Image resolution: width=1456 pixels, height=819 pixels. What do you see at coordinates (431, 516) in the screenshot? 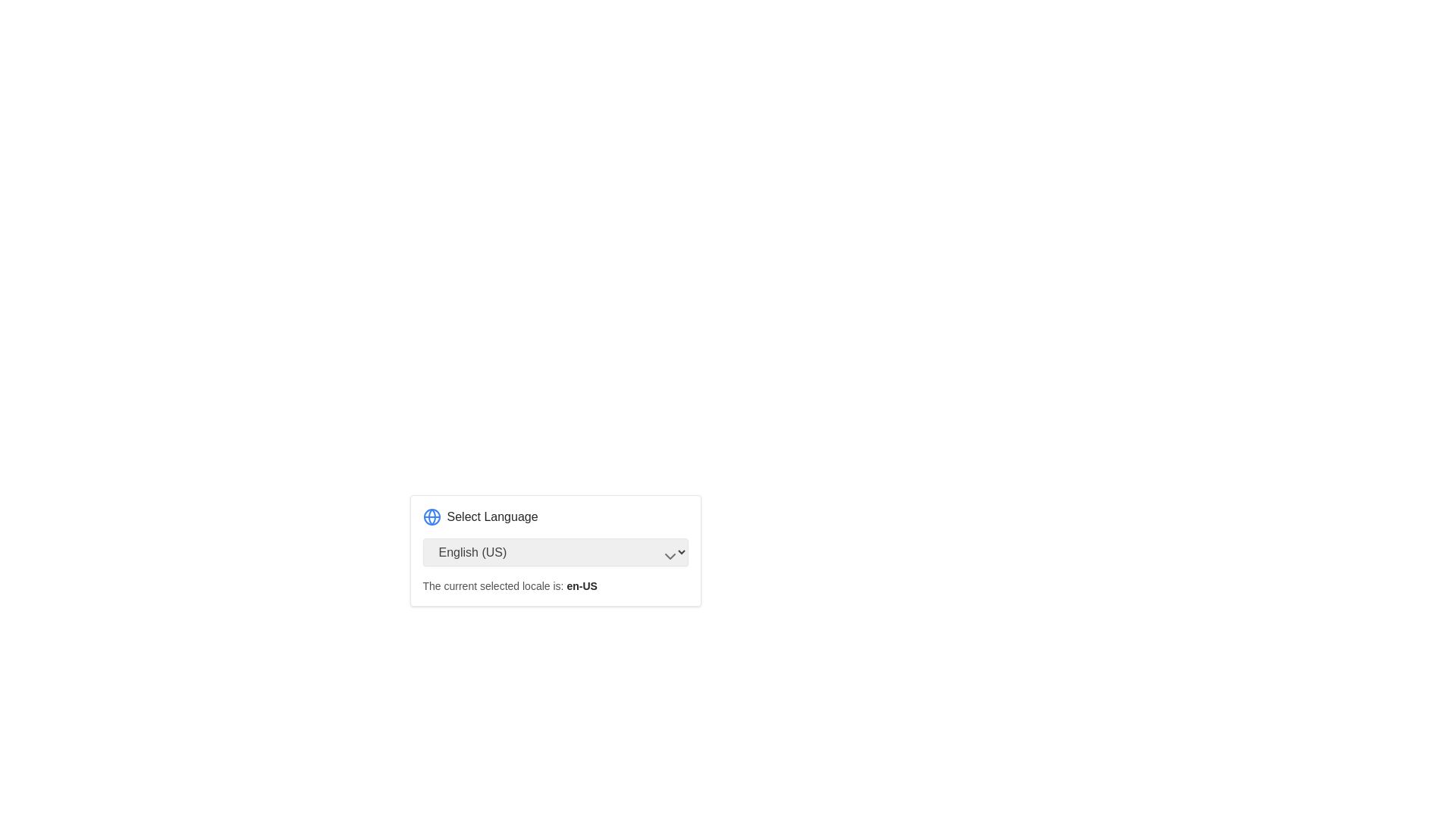
I see `the small blue circle at the center of the globe SVG graphic located in the bottom right corner of the interface` at bounding box center [431, 516].